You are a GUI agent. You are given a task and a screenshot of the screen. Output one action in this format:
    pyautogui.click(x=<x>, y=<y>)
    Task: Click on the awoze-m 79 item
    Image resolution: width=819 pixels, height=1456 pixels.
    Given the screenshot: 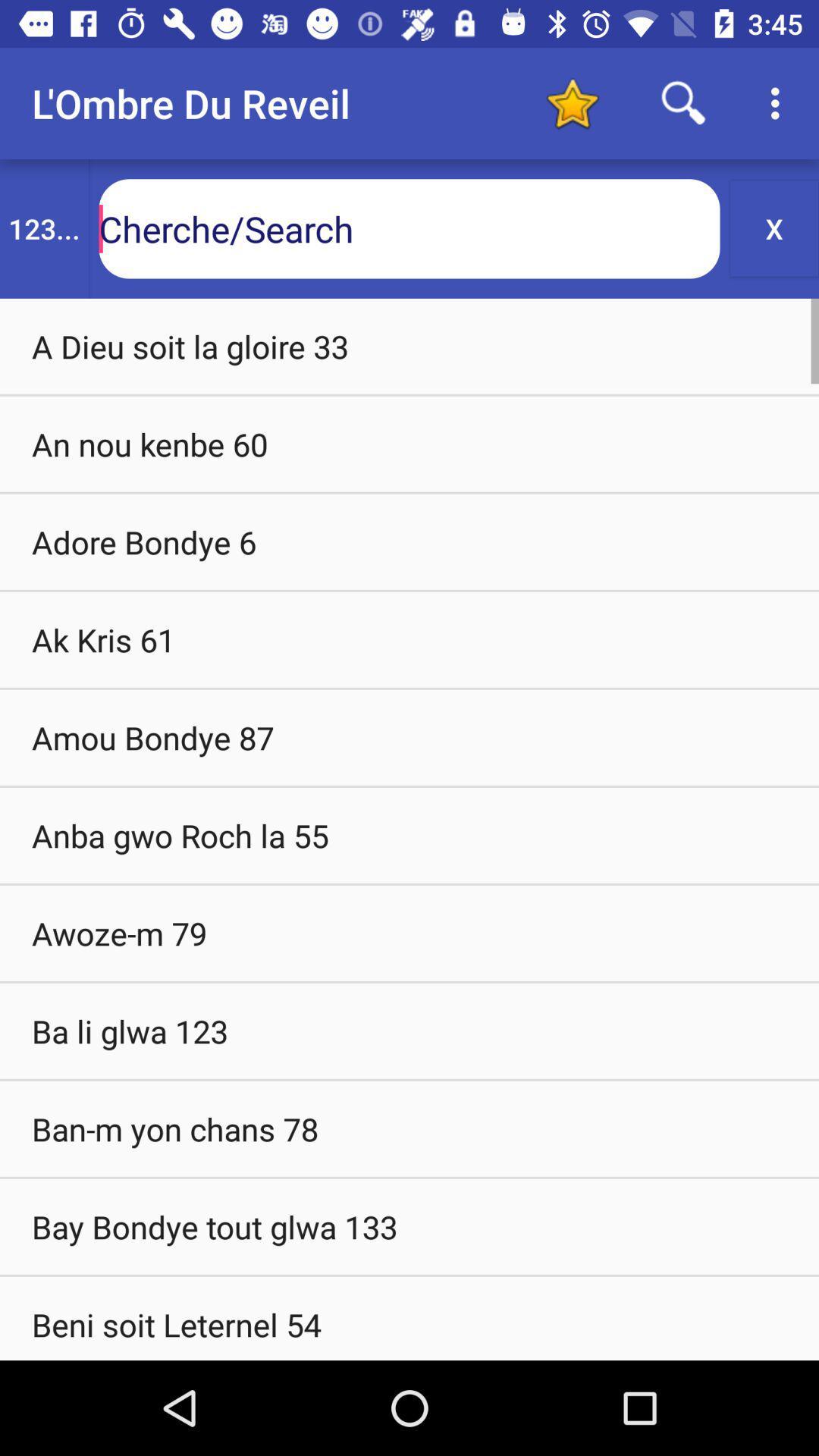 What is the action you would take?
    pyautogui.click(x=409, y=932)
    